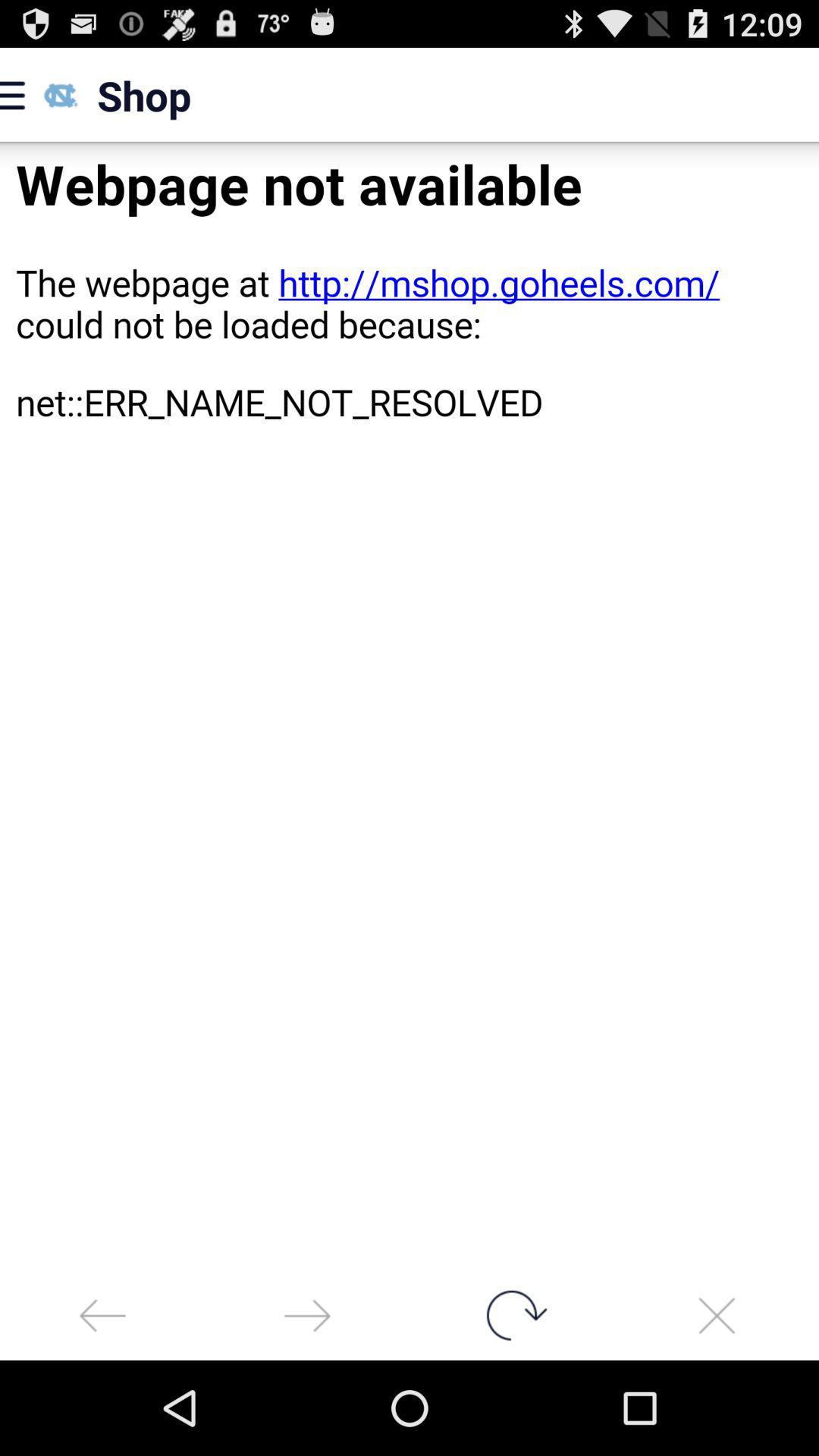  I want to click on the arrow_backward icon, so click(102, 1407).